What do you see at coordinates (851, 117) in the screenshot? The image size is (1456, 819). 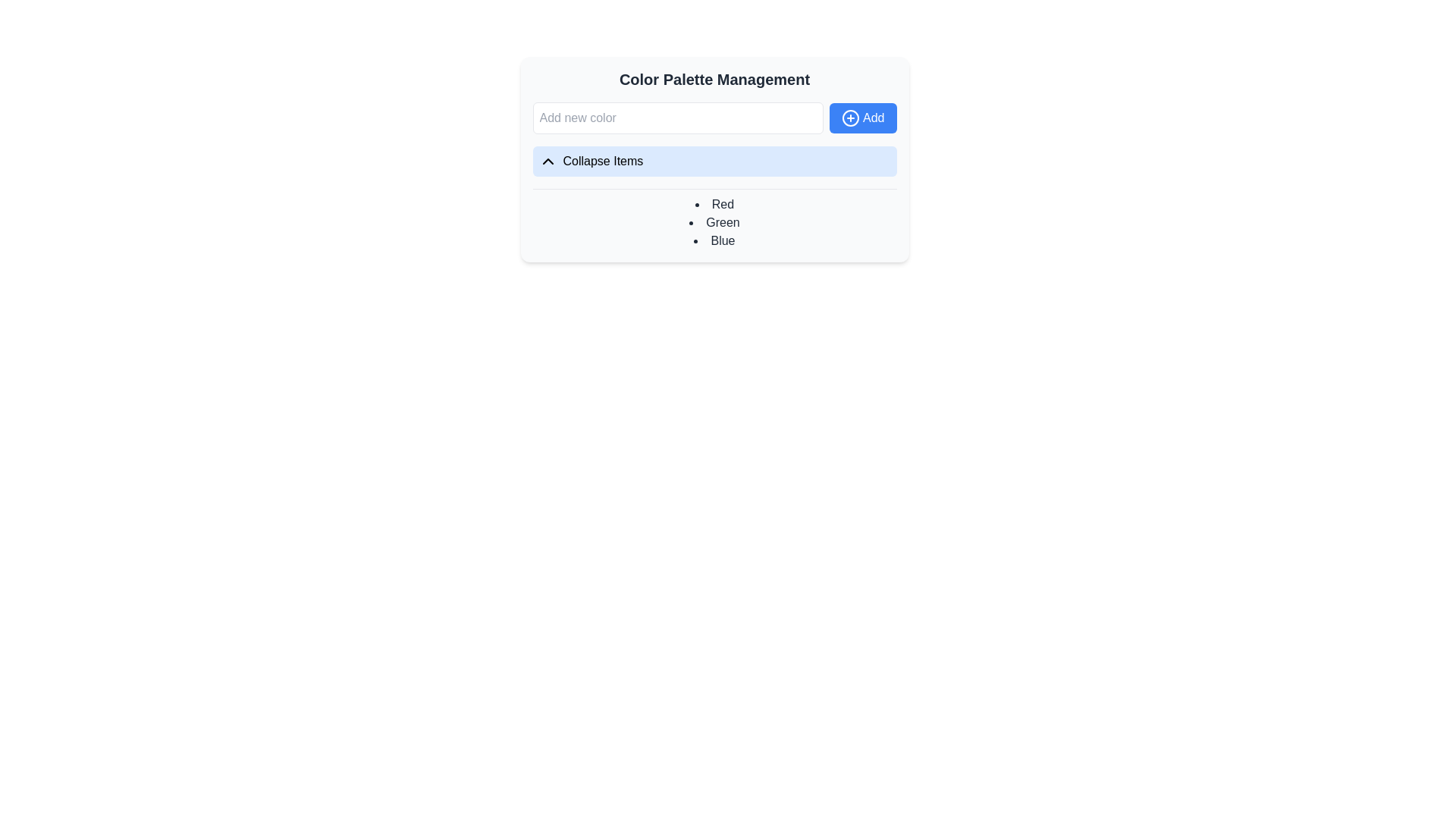 I see `the add button represented by a circular icon located to the right of the text input field in the 'Color Palette Management' section` at bounding box center [851, 117].